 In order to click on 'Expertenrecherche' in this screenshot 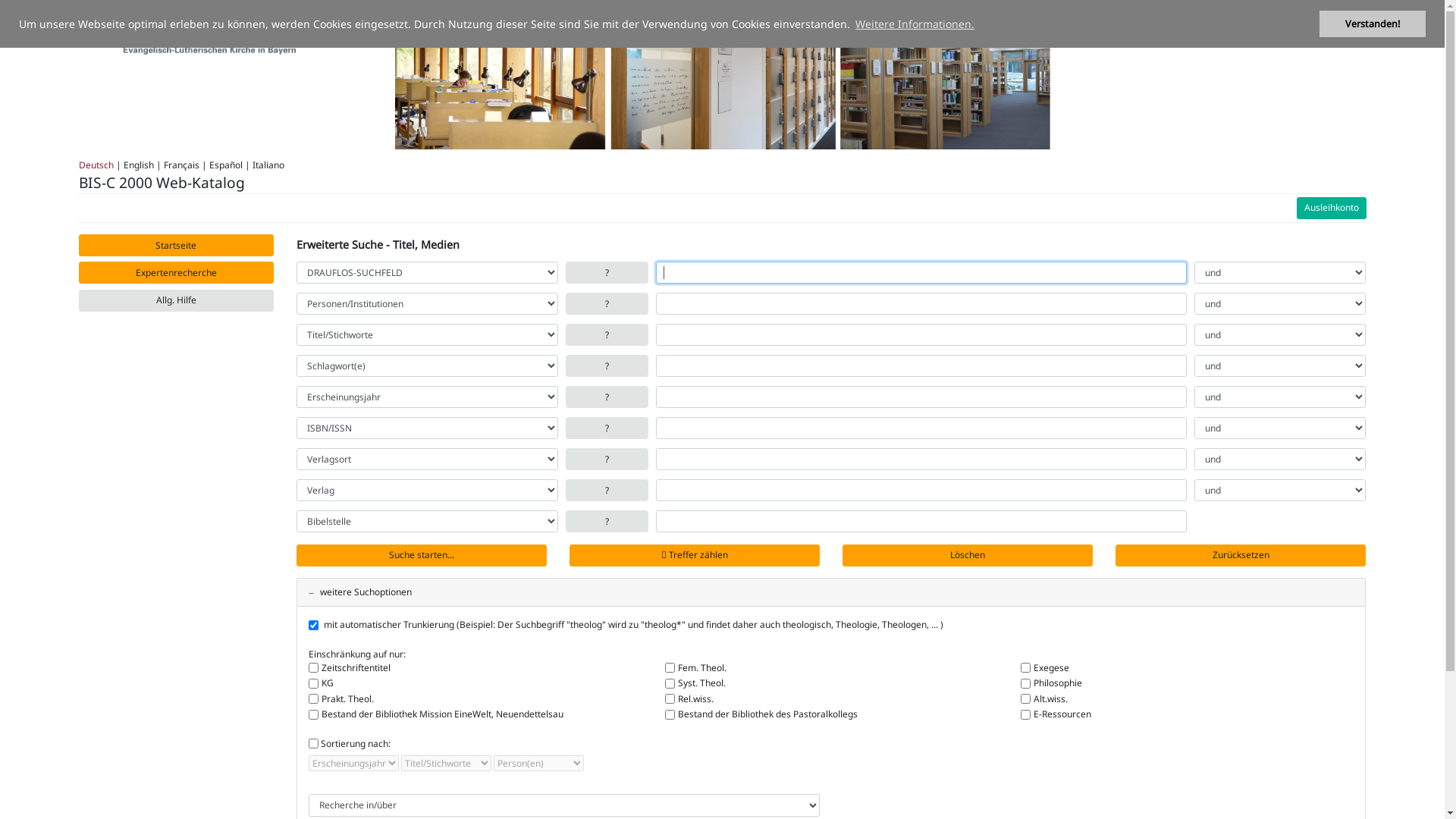, I will do `click(177, 271)`.